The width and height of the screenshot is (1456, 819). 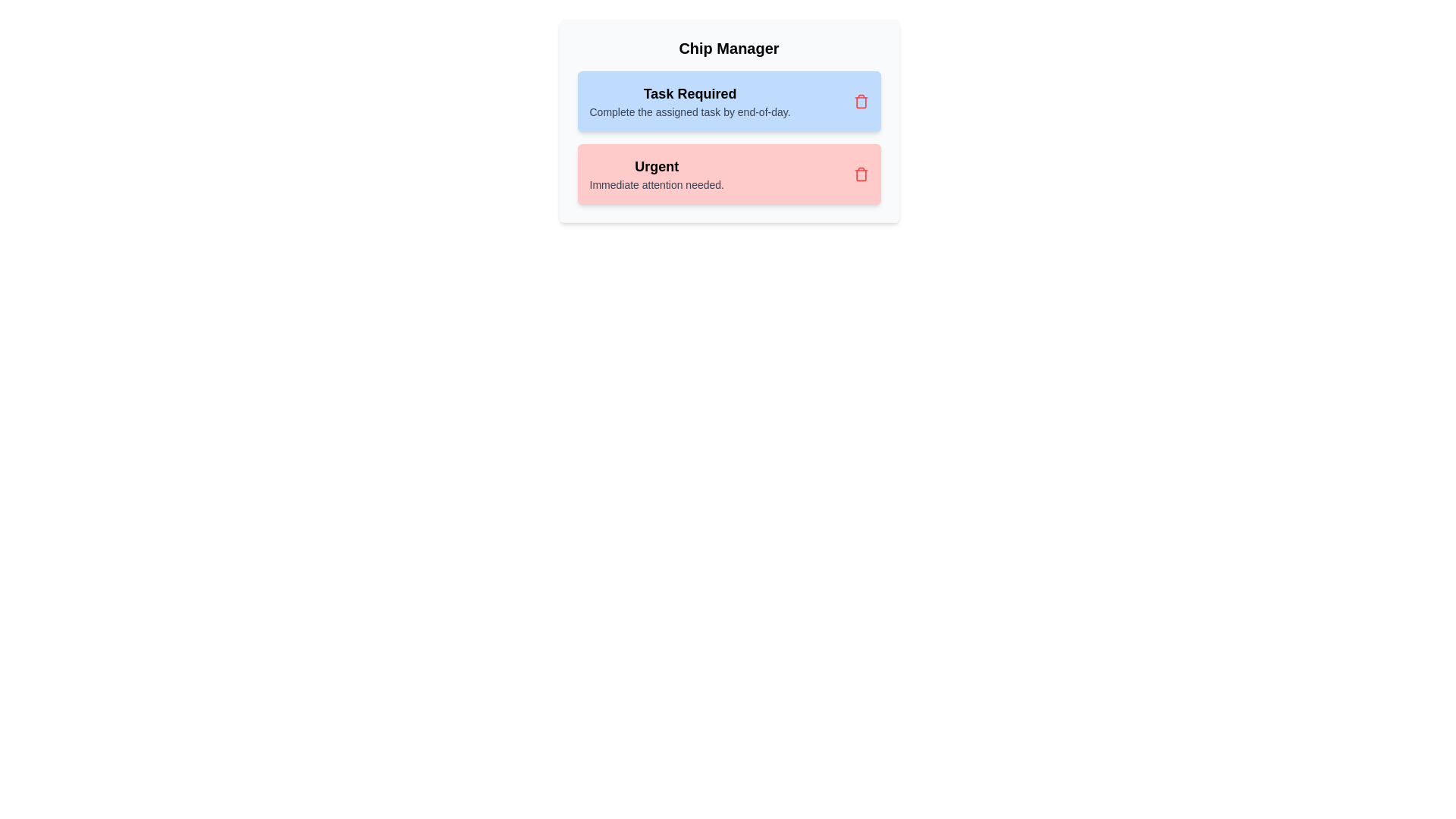 What do you see at coordinates (861, 174) in the screenshot?
I see `the delete button for the chip labeled 'Urgent'` at bounding box center [861, 174].